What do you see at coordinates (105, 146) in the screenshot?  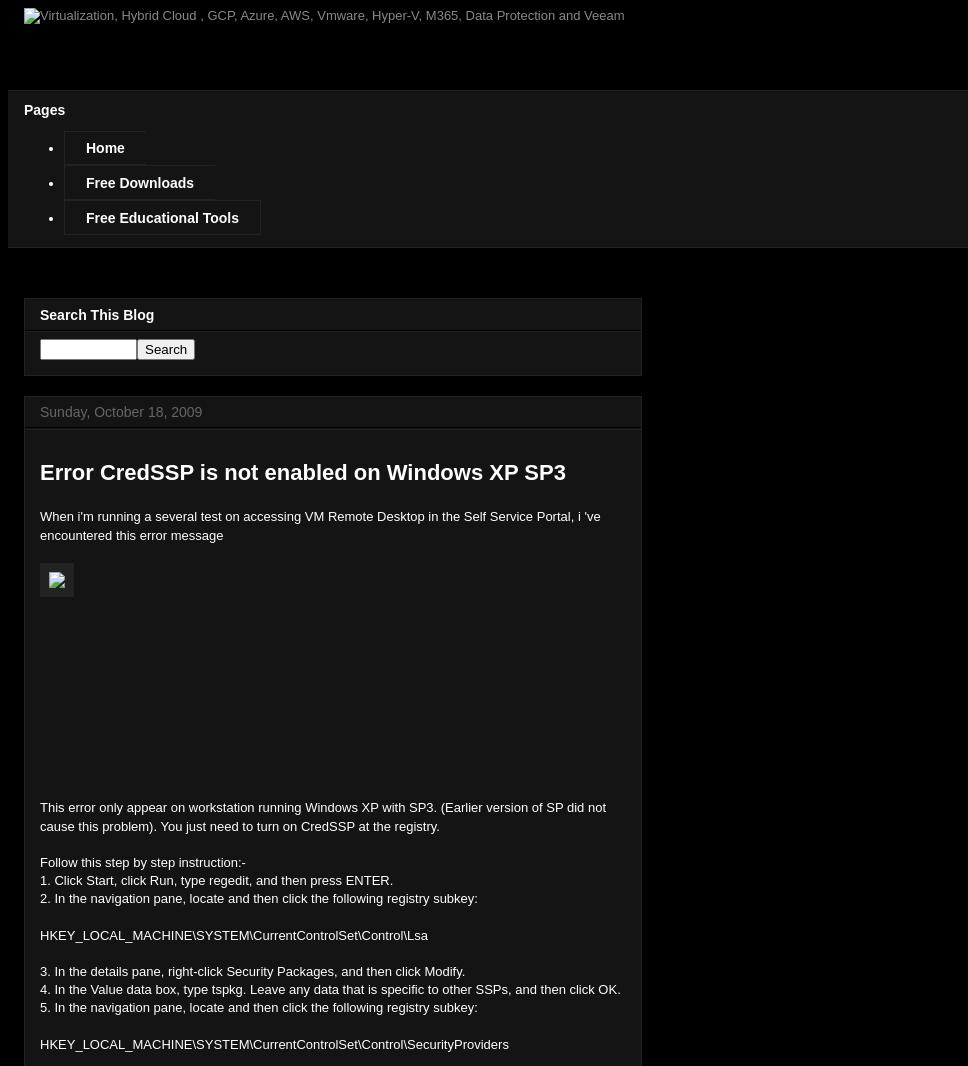 I see `'Home'` at bounding box center [105, 146].